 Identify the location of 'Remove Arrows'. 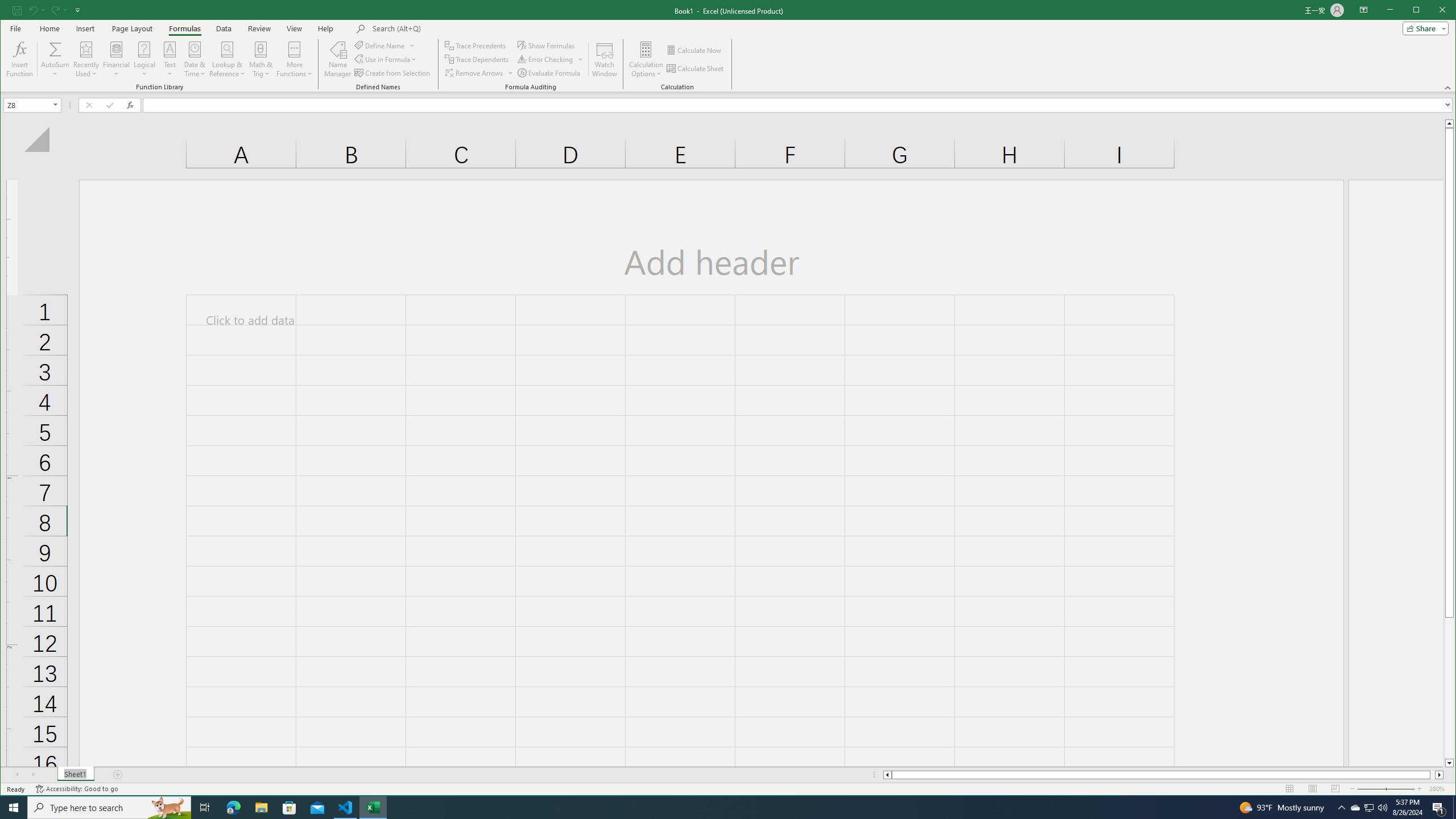
(478, 72).